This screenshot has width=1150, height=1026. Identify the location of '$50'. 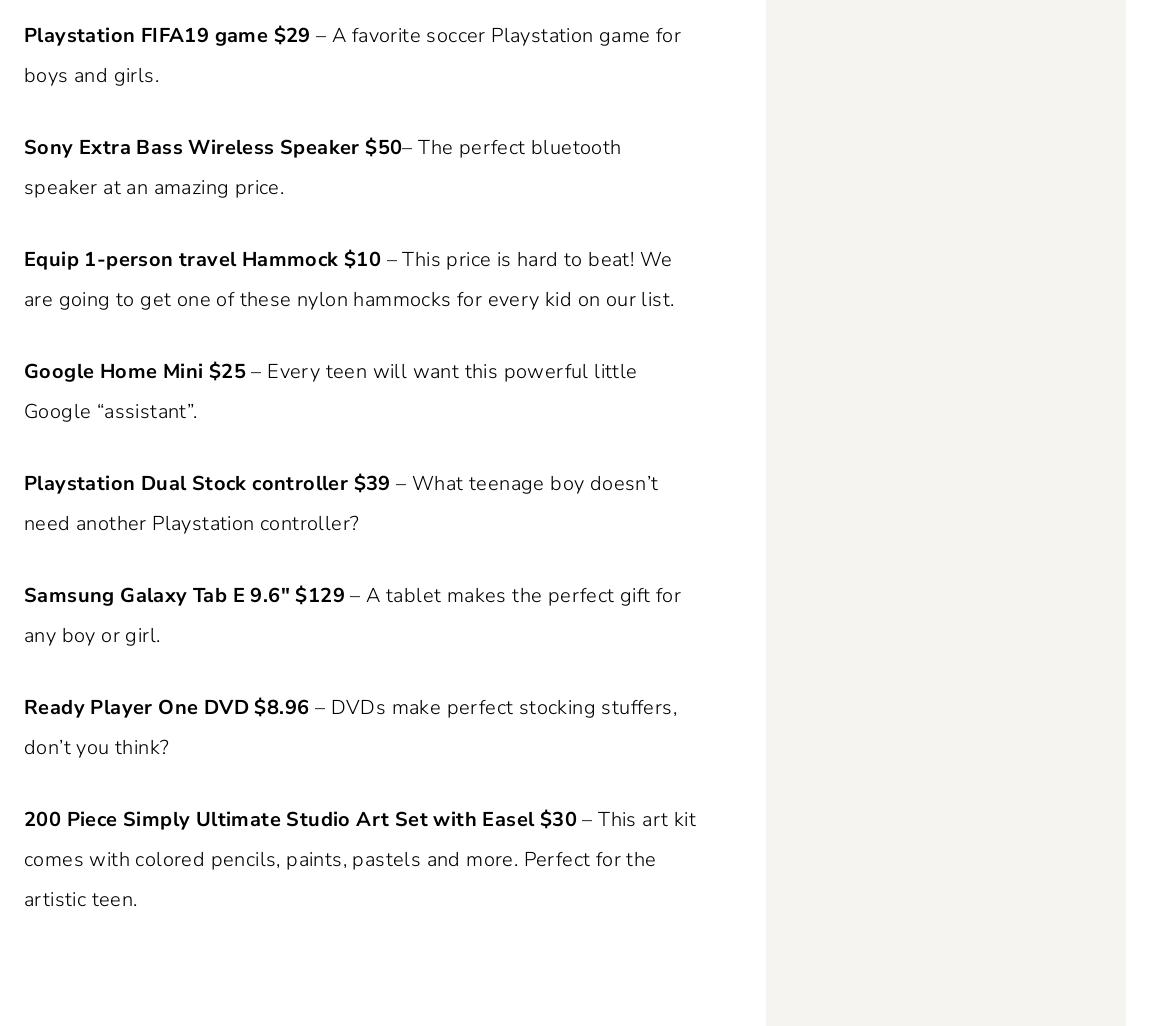
(383, 147).